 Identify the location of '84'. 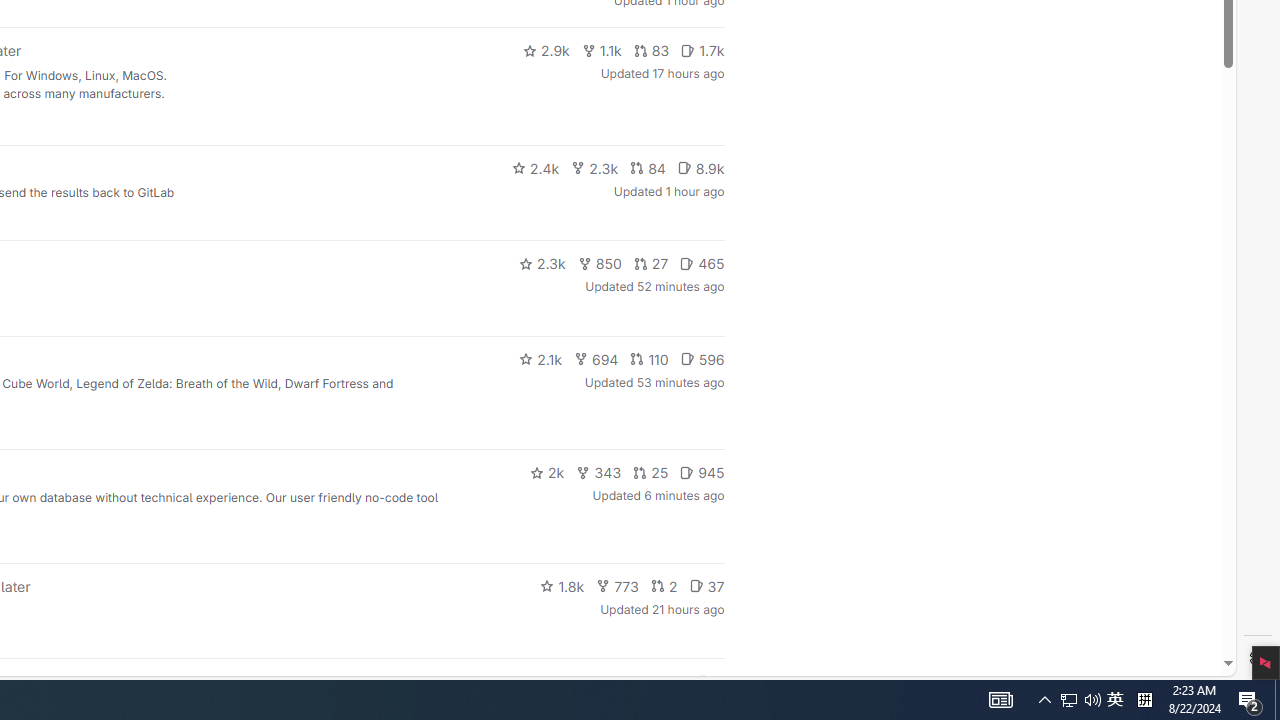
(647, 167).